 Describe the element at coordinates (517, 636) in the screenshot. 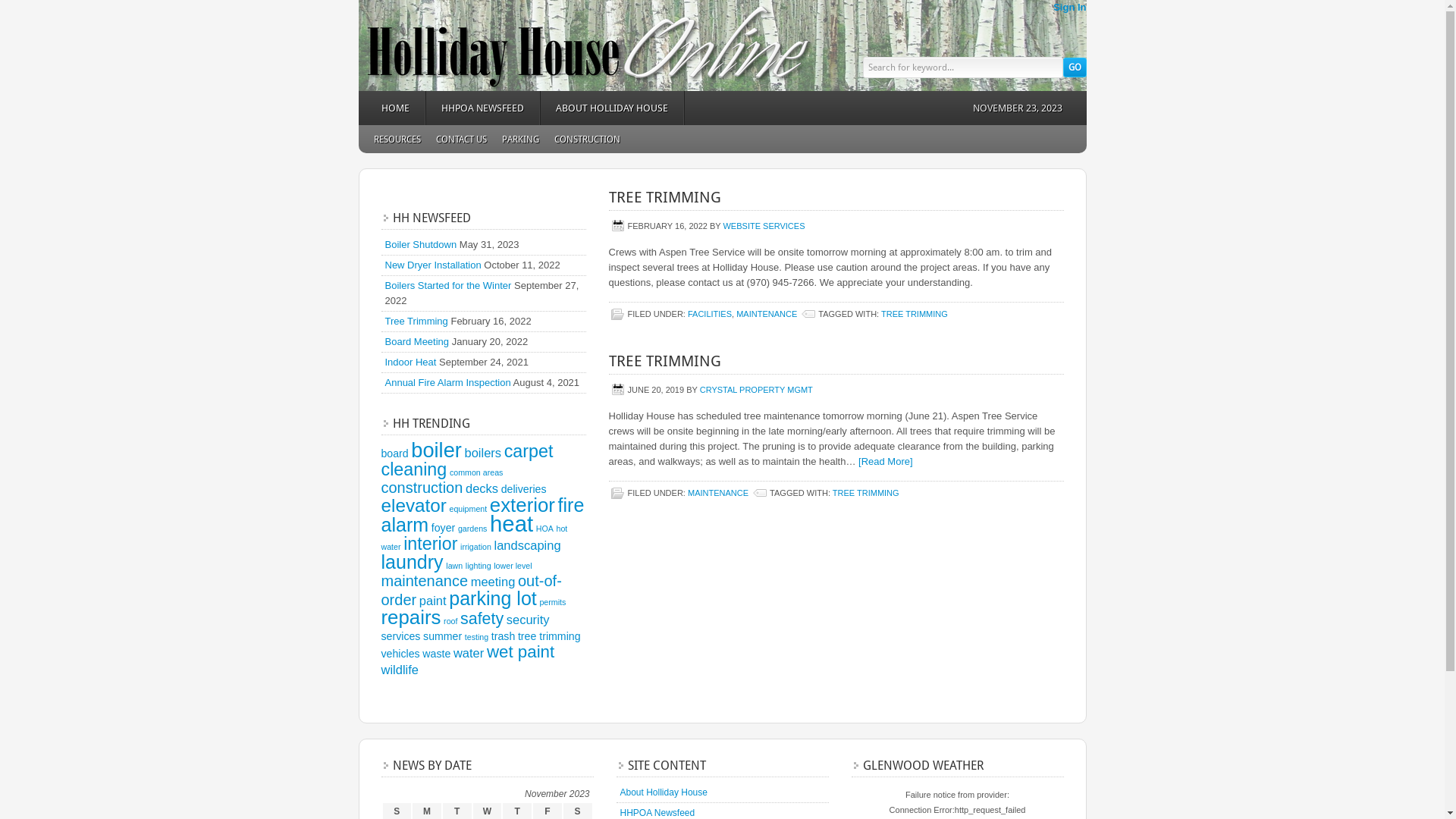

I see `'tree trimming'` at that location.